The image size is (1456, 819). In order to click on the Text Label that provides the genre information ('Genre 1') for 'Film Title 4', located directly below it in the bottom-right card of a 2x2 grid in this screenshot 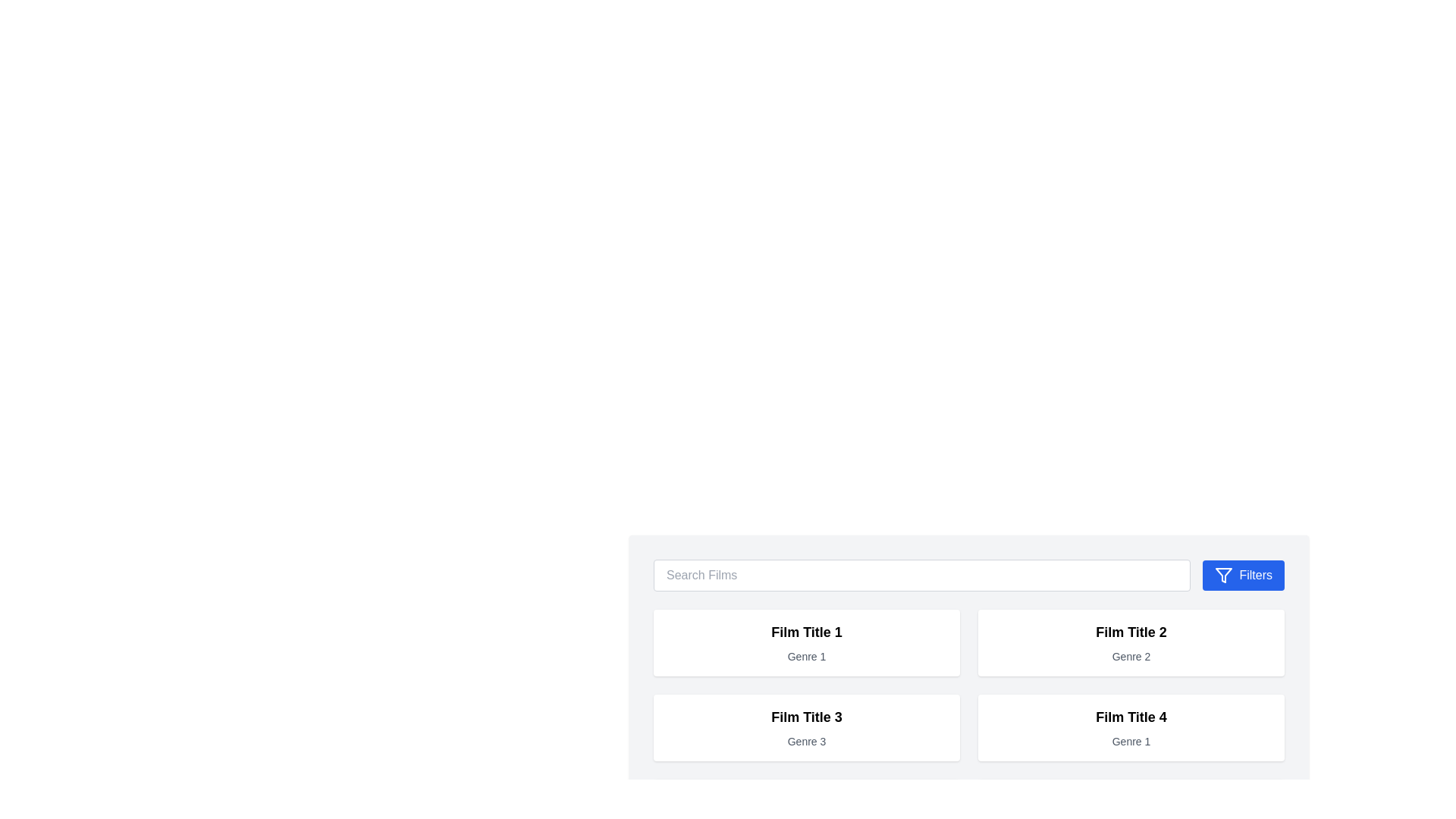, I will do `click(1131, 741)`.